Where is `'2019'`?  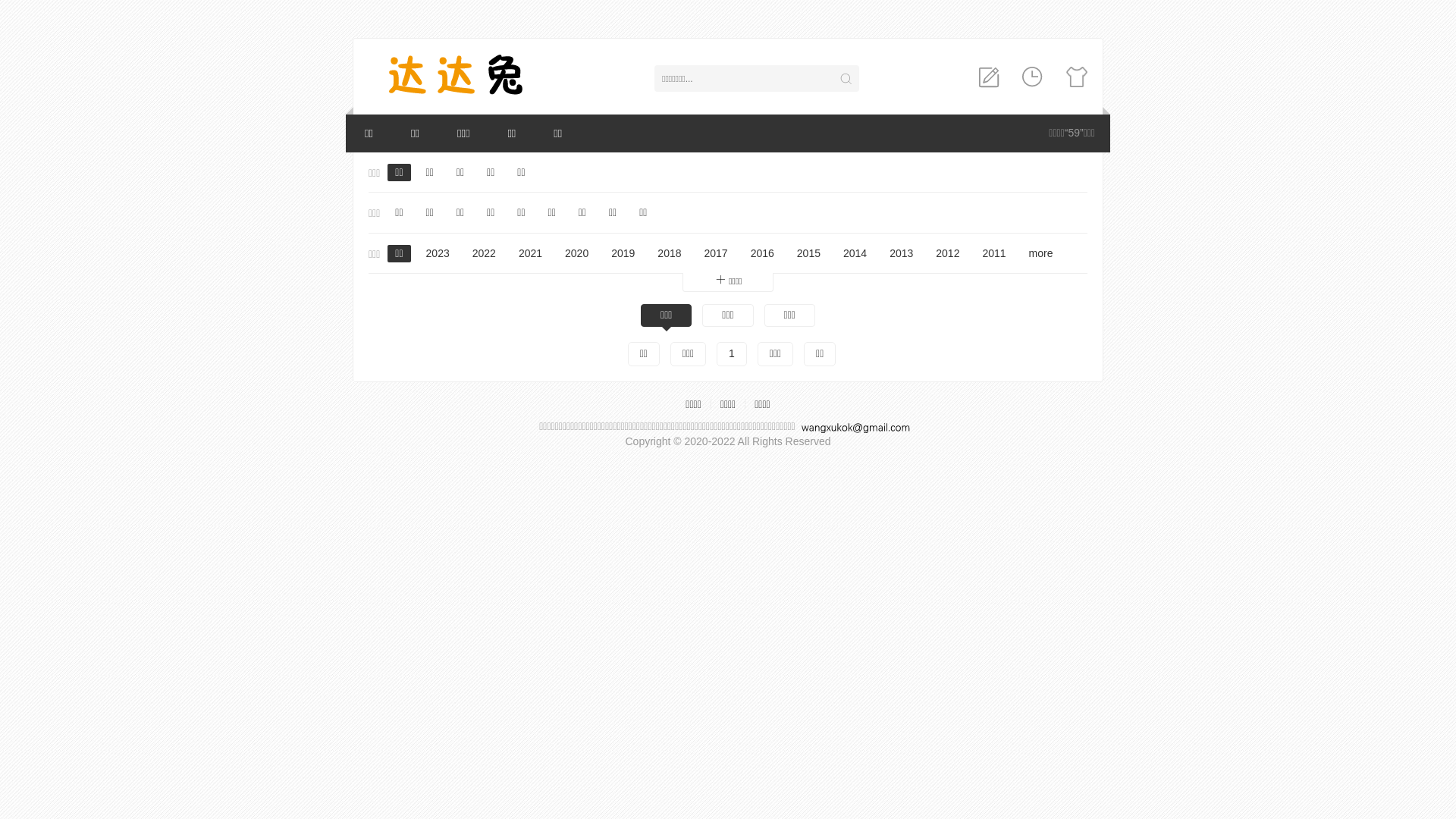 '2019' is located at coordinates (623, 253).